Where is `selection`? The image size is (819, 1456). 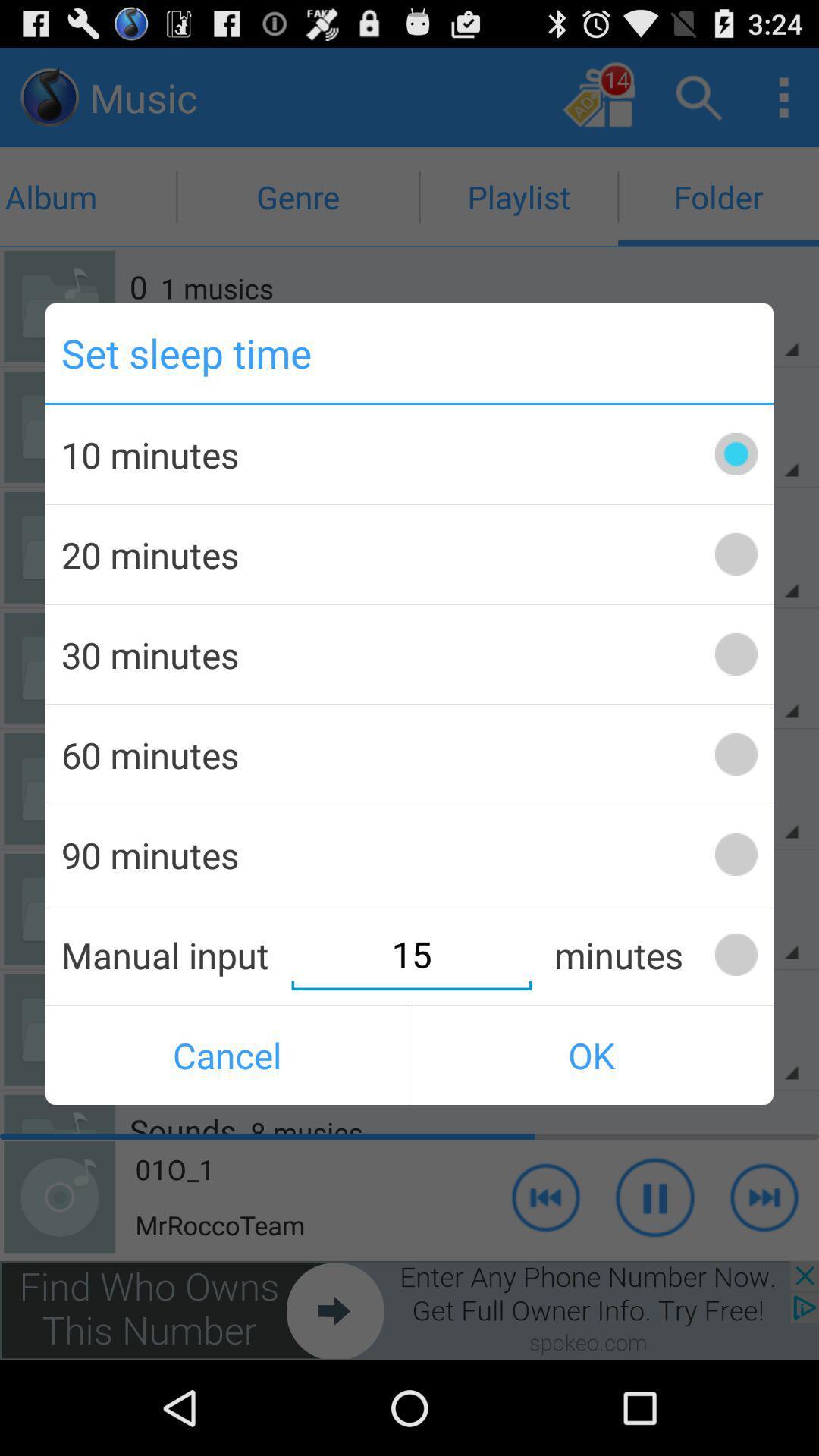
selection is located at coordinates (735, 654).